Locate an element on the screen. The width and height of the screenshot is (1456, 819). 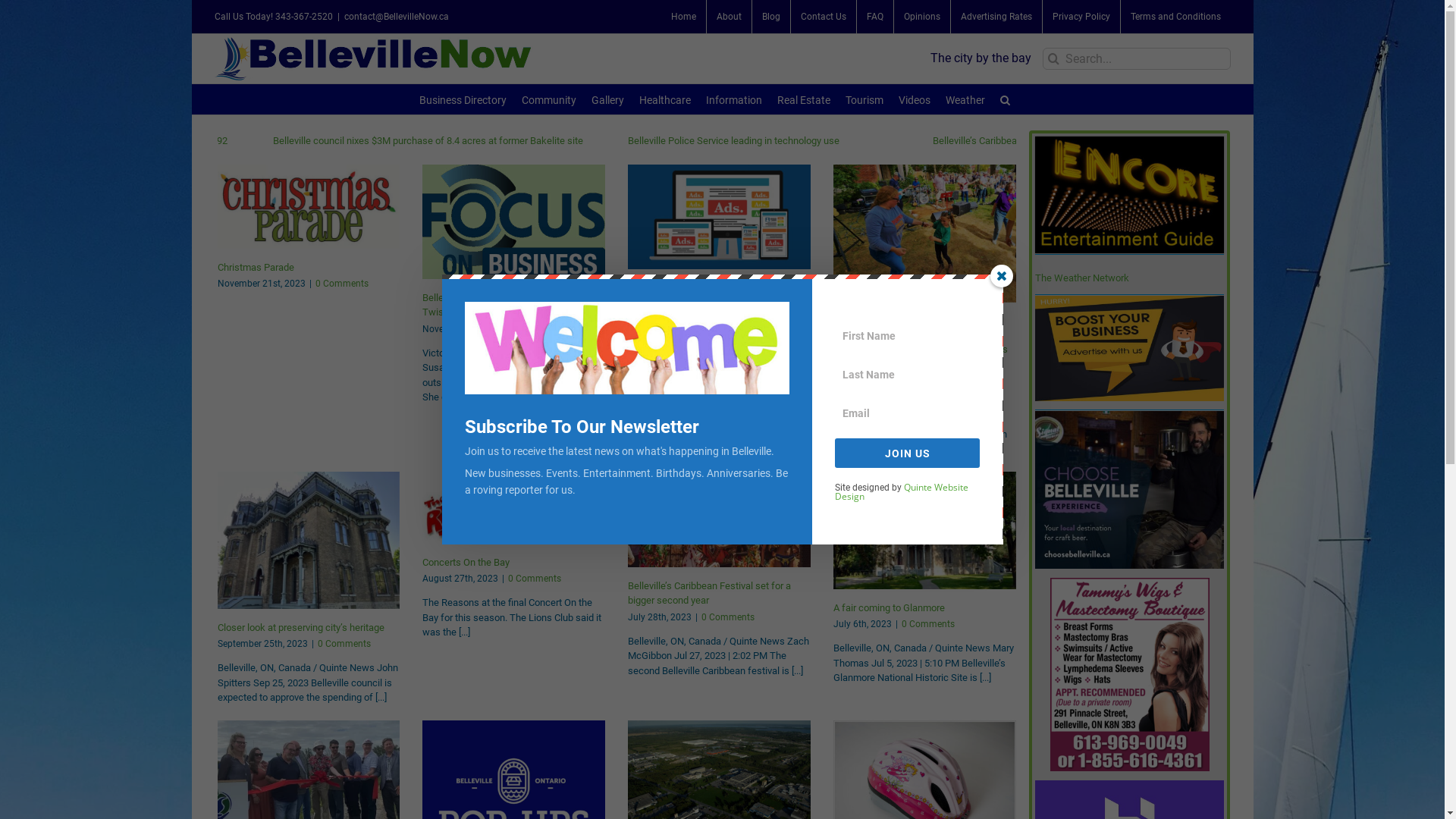
'FAQ' is located at coordinates (874, 17).